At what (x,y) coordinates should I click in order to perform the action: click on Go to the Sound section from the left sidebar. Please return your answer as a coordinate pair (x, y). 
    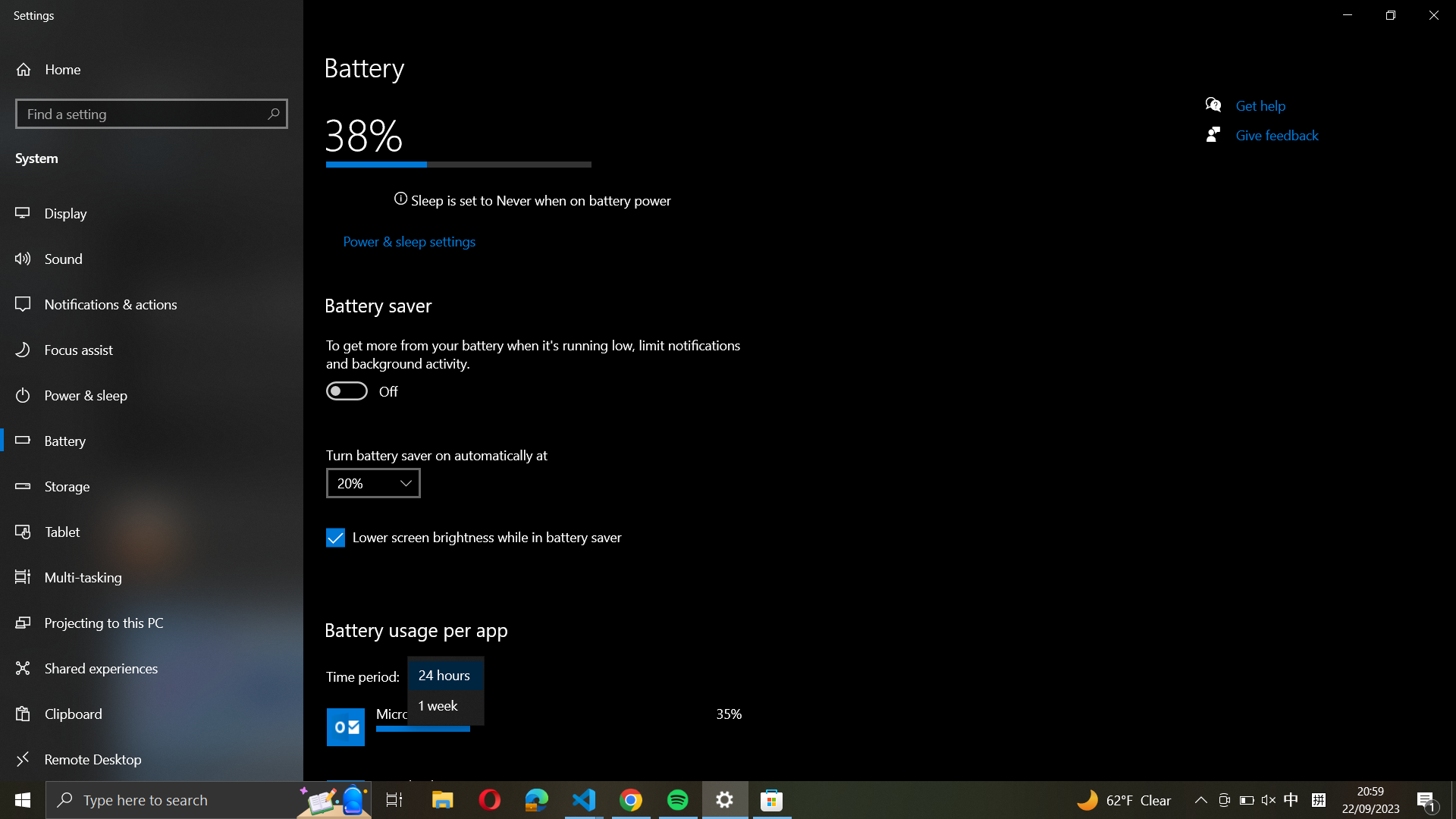
    Looking at the image, I should click on (152, 257).